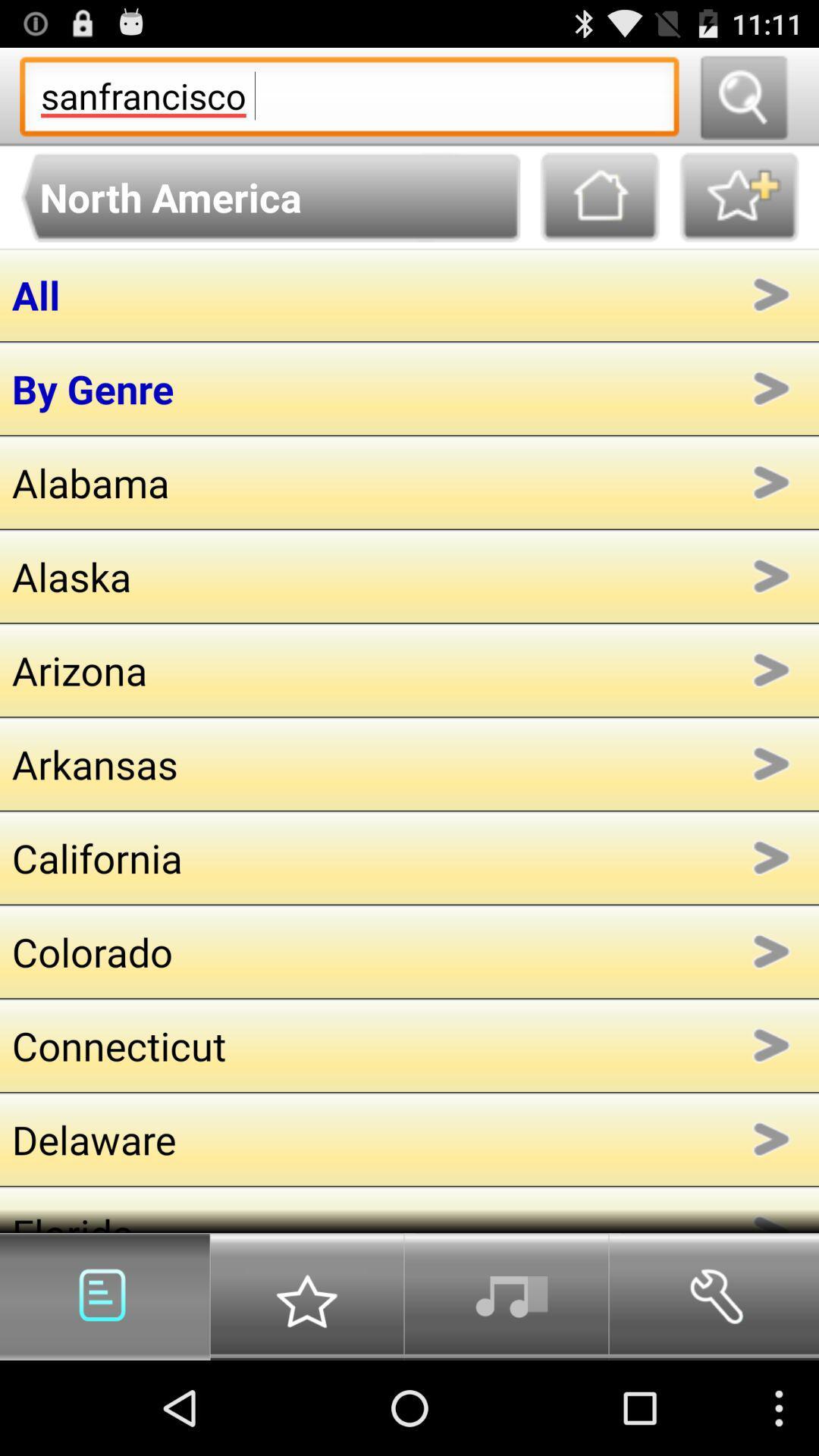 Image resolution: width=819 pixels, height=1456 pixels. Describe the element at coordinates (739, 196) in the screenshot. I see `to favorites` at that location.